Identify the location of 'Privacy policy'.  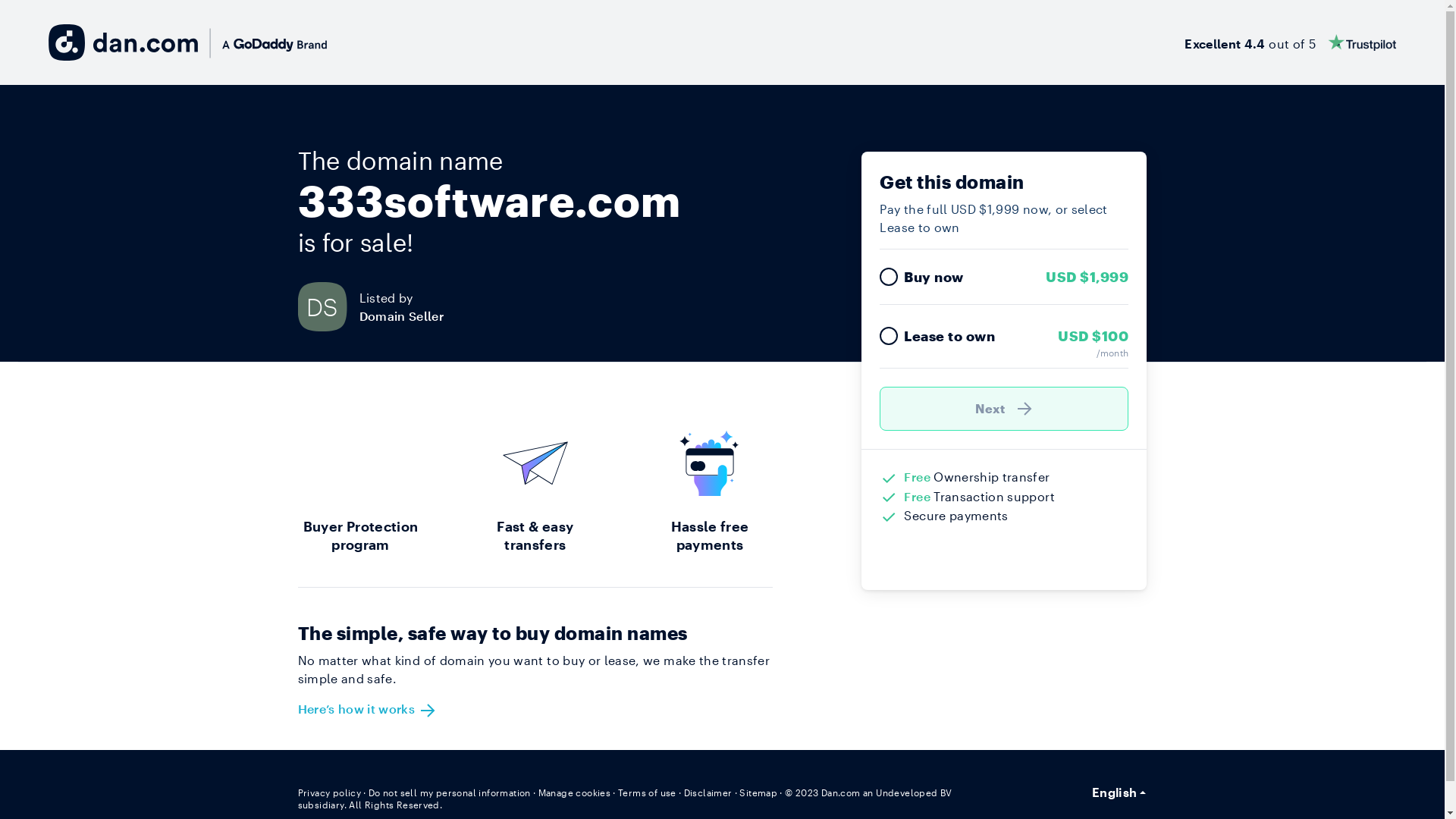
(328, 792).